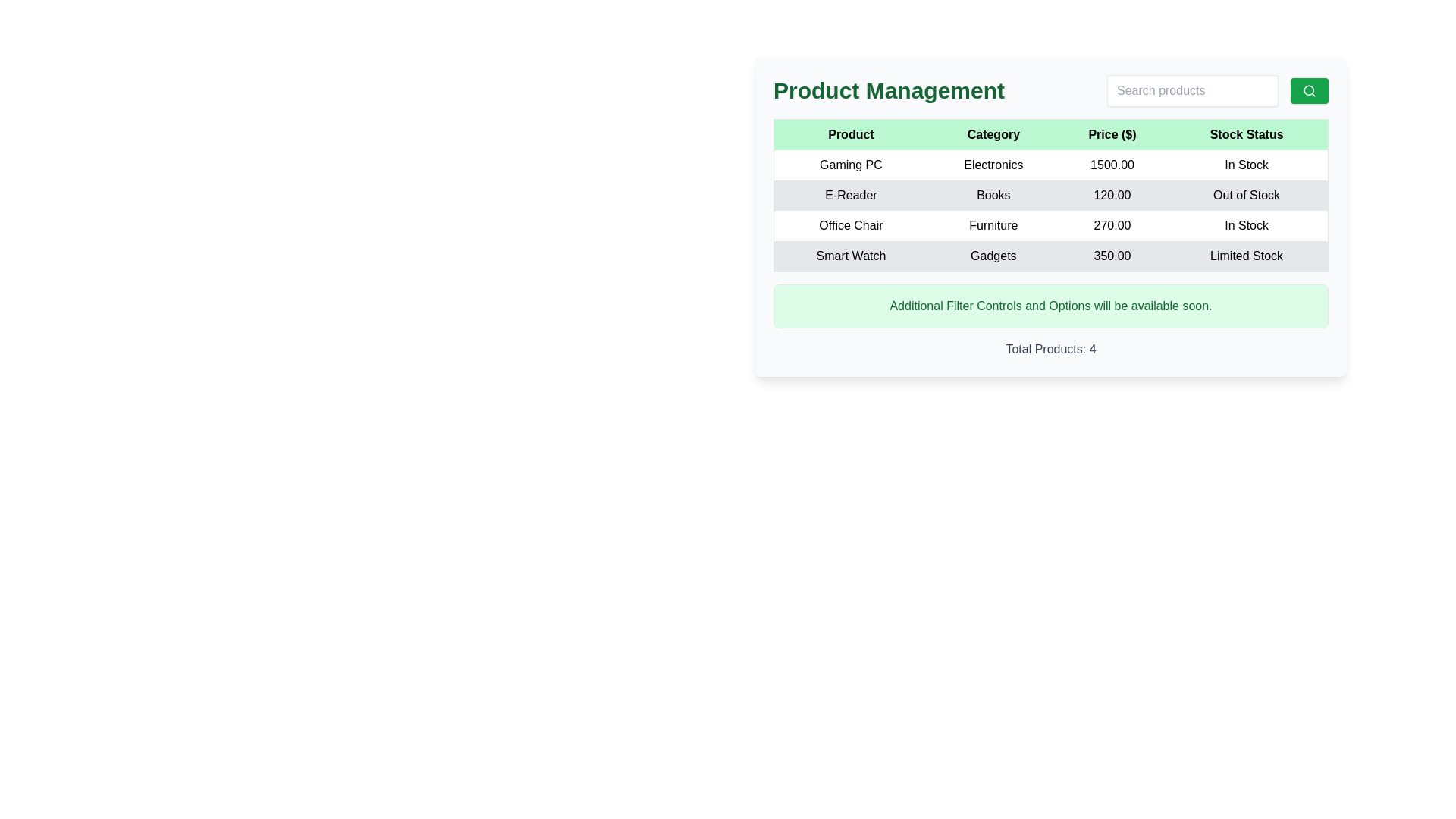 The height and width of the screenshot is (819, 1456). What do you see at coordinates (851, 195) in the screenshot?
I see `the static textual label displaying 'E-Reader' in the first cell of the second row under the 'Product' column in the table` at bounding box center [851, 195].